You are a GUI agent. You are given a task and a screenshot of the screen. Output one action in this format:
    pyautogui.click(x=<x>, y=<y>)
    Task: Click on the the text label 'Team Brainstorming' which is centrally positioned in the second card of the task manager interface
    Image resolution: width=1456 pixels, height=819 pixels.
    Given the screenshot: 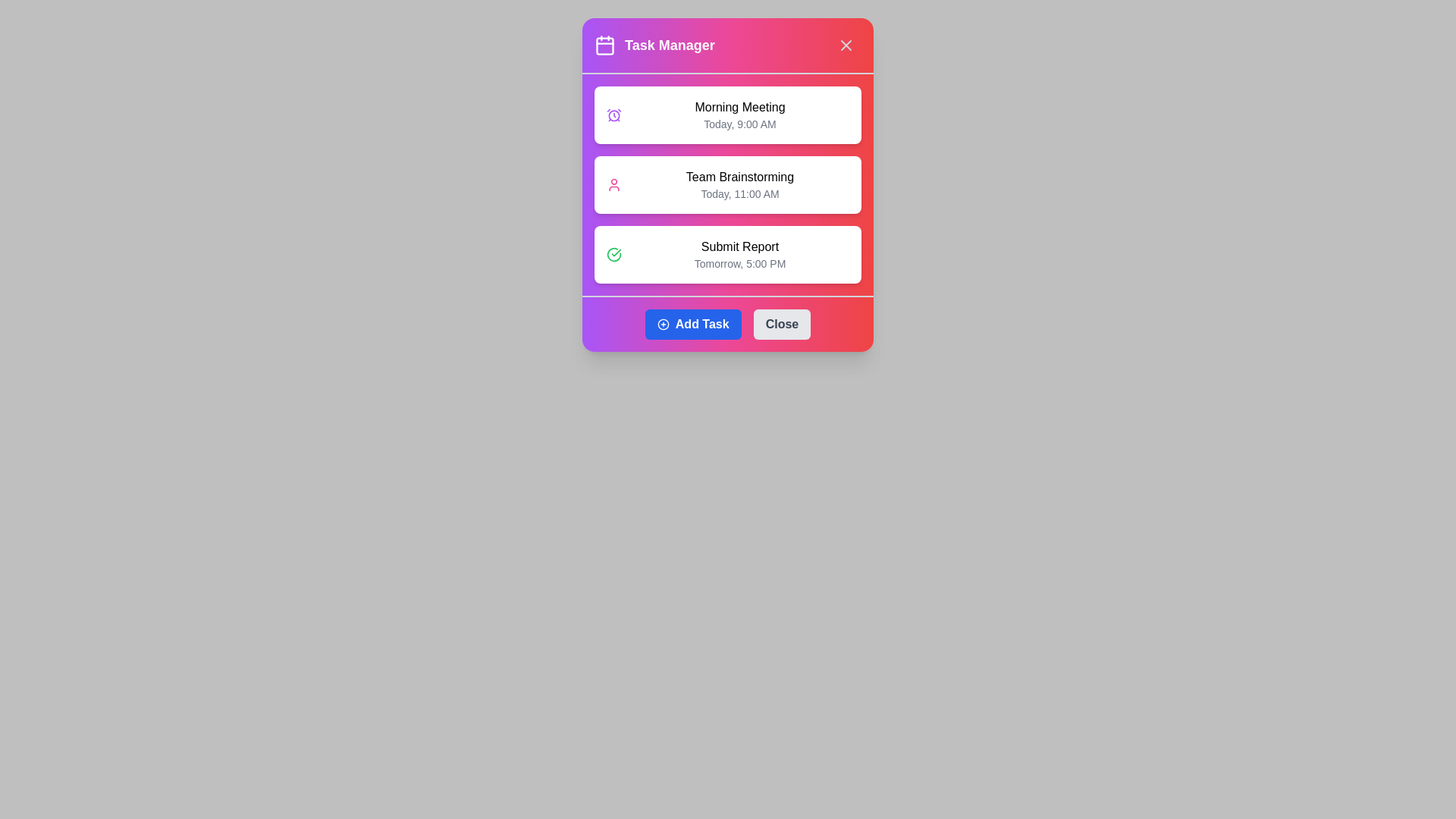 What is the action you would take?
    pyautogui.click(x=739, y=177)
    